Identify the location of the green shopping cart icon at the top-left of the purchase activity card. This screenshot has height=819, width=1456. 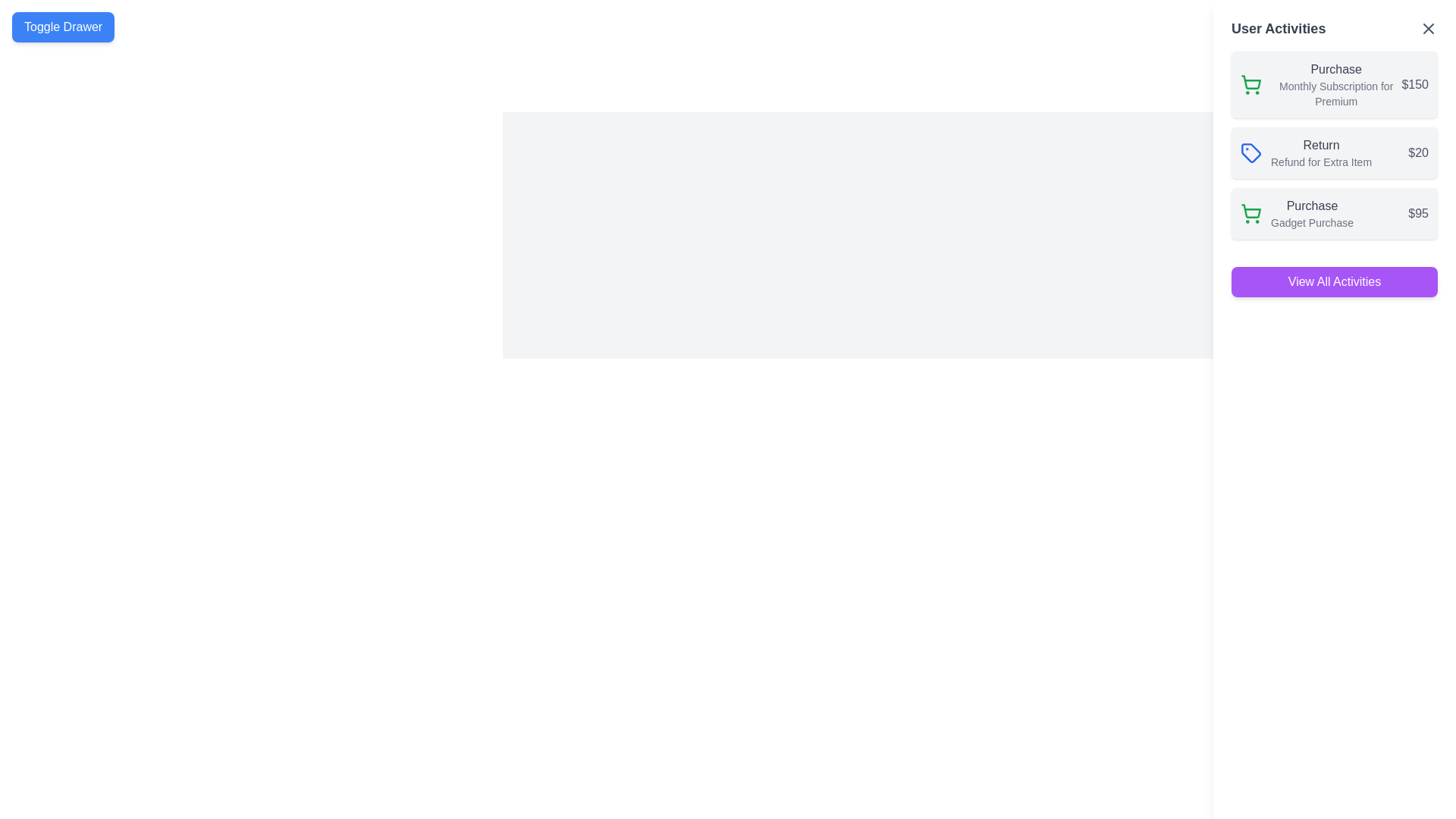
(1251, 84).